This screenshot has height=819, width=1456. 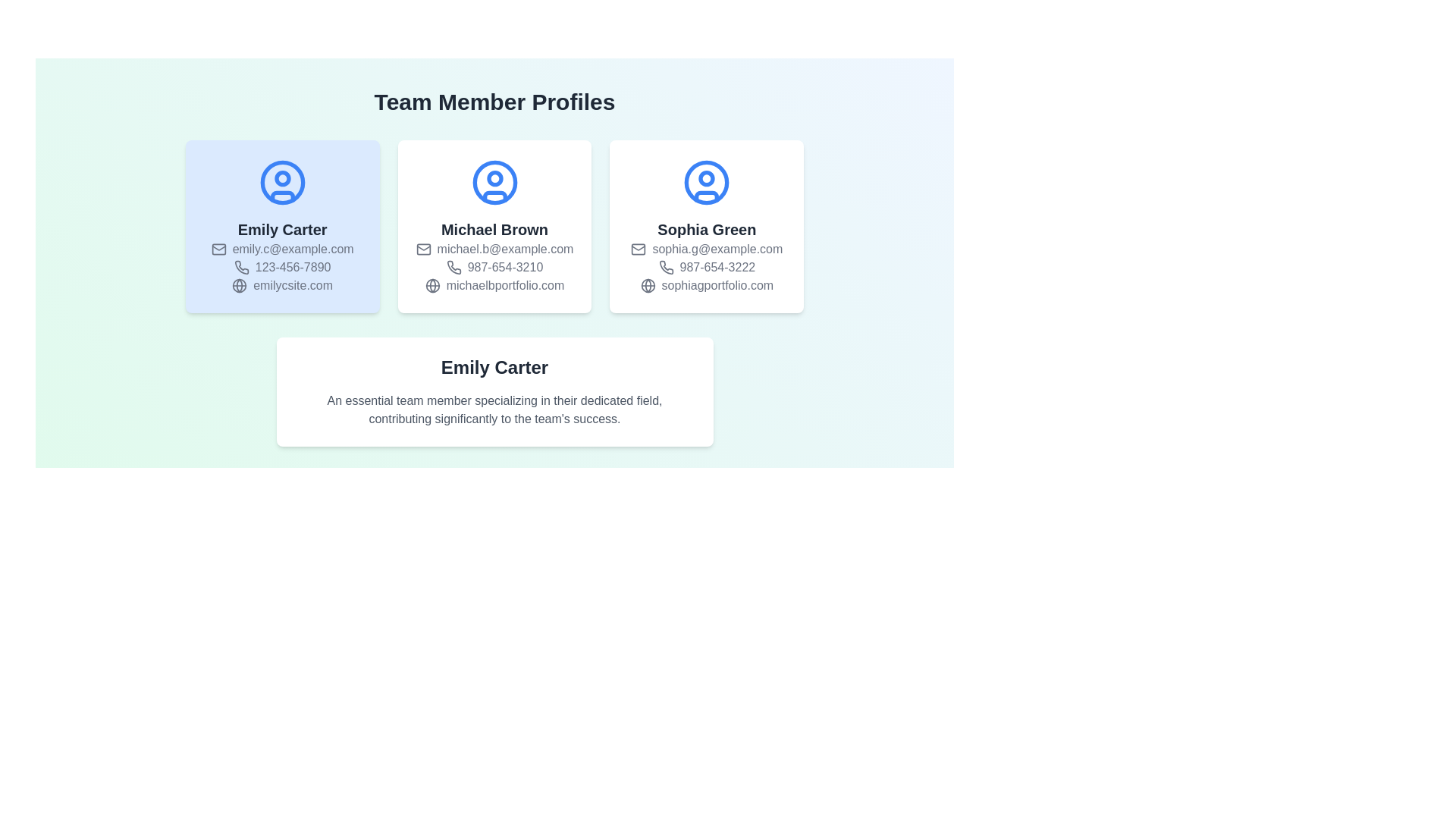 What do you see at coordinates (494, 230) in the screenshot?
I see `the text label displaying 'Michael Brown' in bold, dark gray styling, which is centered within the second card from the left in a horizontal set of three cards, positioned directly below a person's avatar icon` at bounding box center [494, 230].